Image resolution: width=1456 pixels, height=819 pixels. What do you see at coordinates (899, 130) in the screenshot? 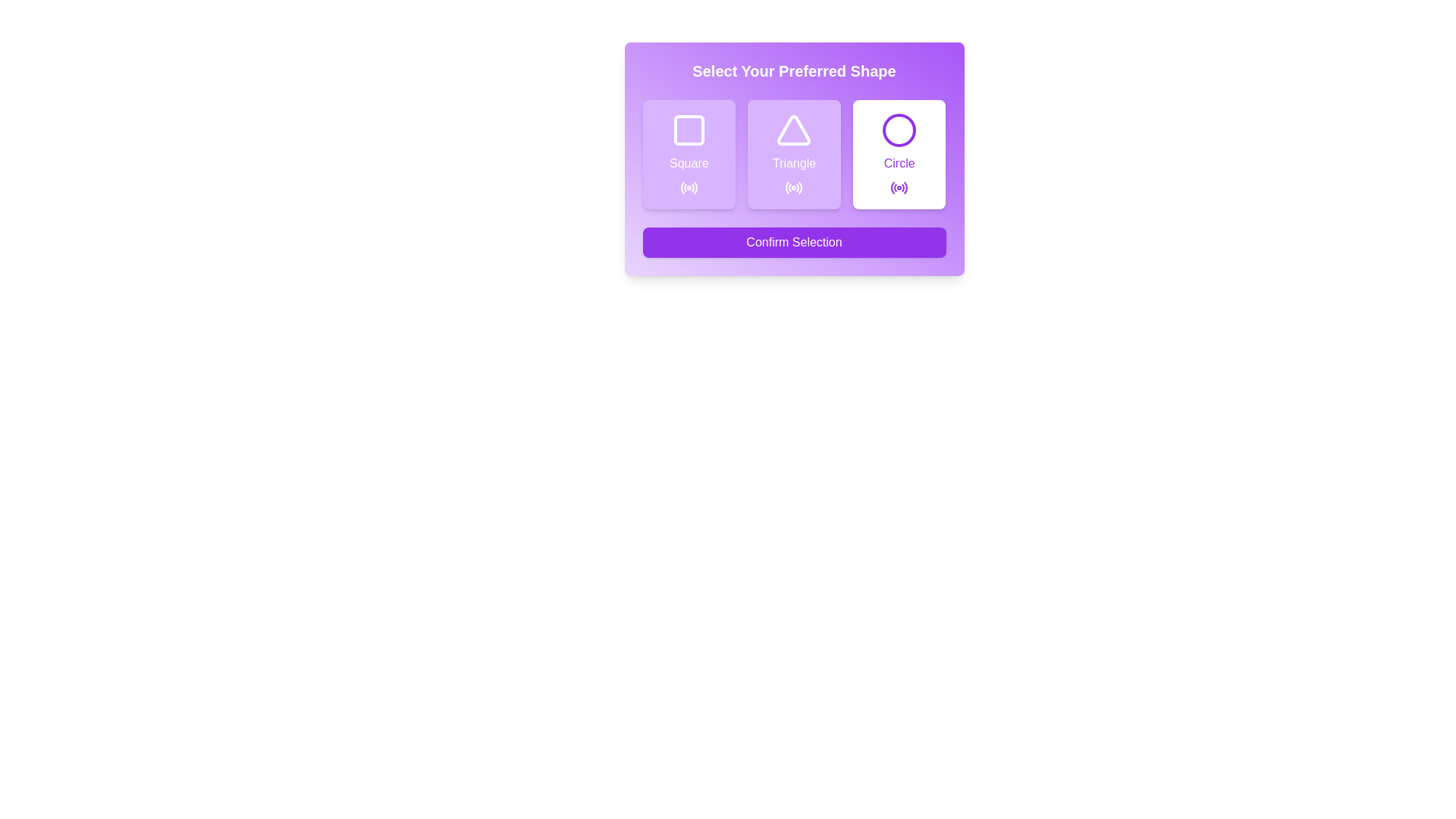
I see `the 'Circle' icon in the selection interface by navigating to its center point` at bounding box center [899, 130].